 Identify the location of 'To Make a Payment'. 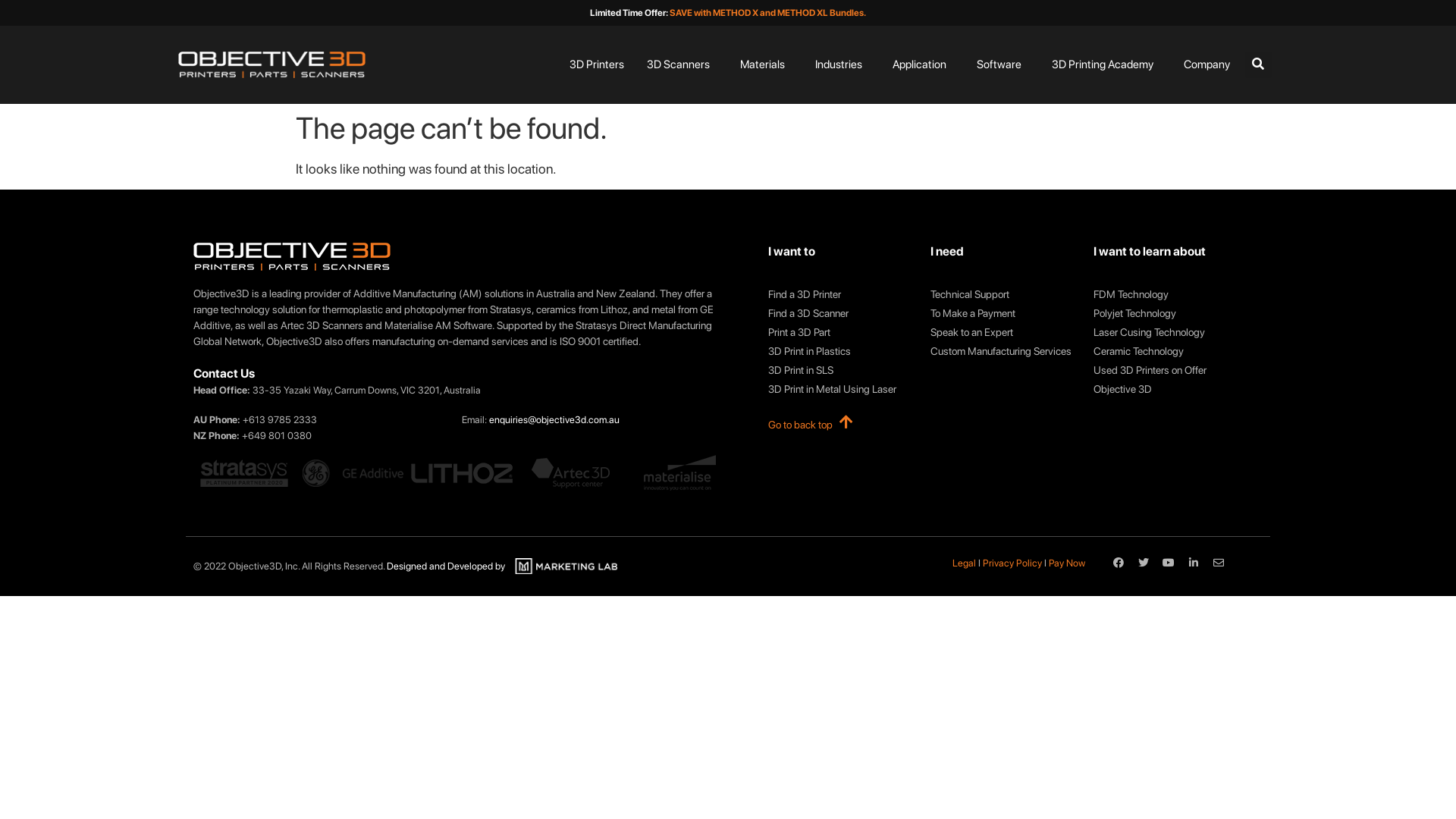
(1004, 312).